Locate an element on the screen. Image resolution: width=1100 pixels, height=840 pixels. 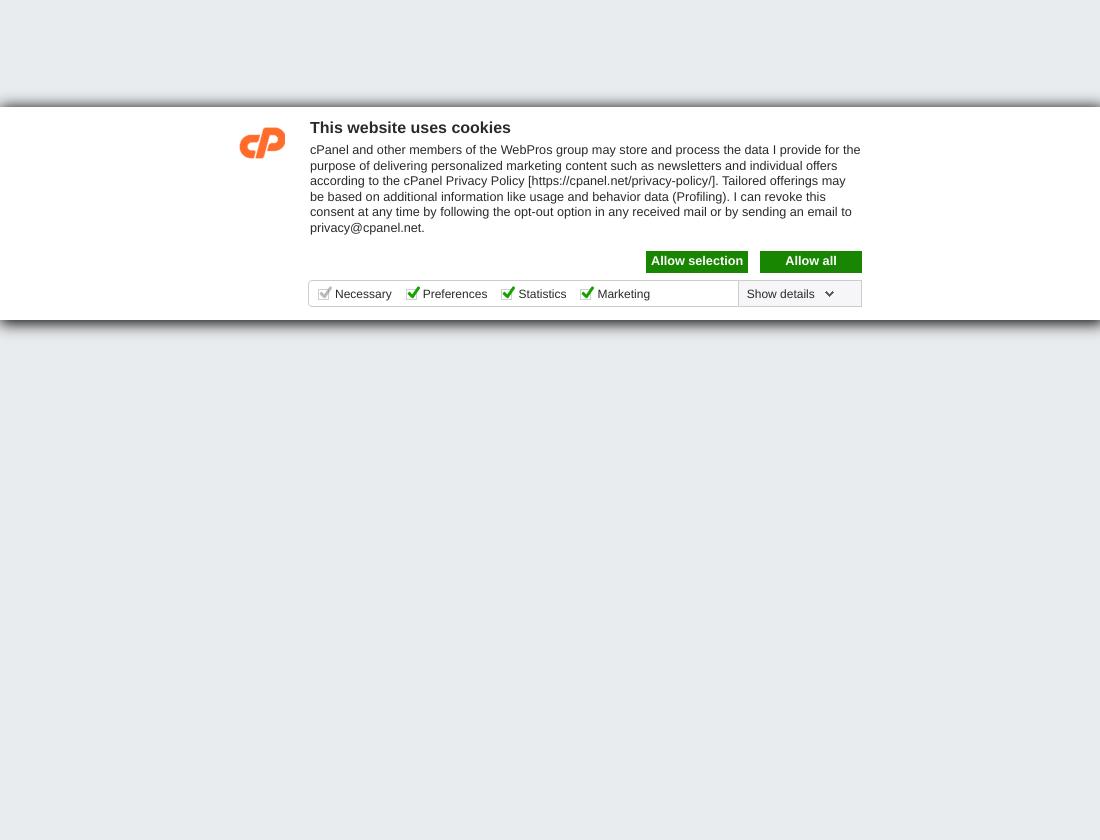
'cPanel, WebHost Manager and WHM are registered trademarks of cPanel, L.L.C. for providing its computer
software that facilitates the management and configuration of Internet web servers.' is located at coordinates (19, 776).